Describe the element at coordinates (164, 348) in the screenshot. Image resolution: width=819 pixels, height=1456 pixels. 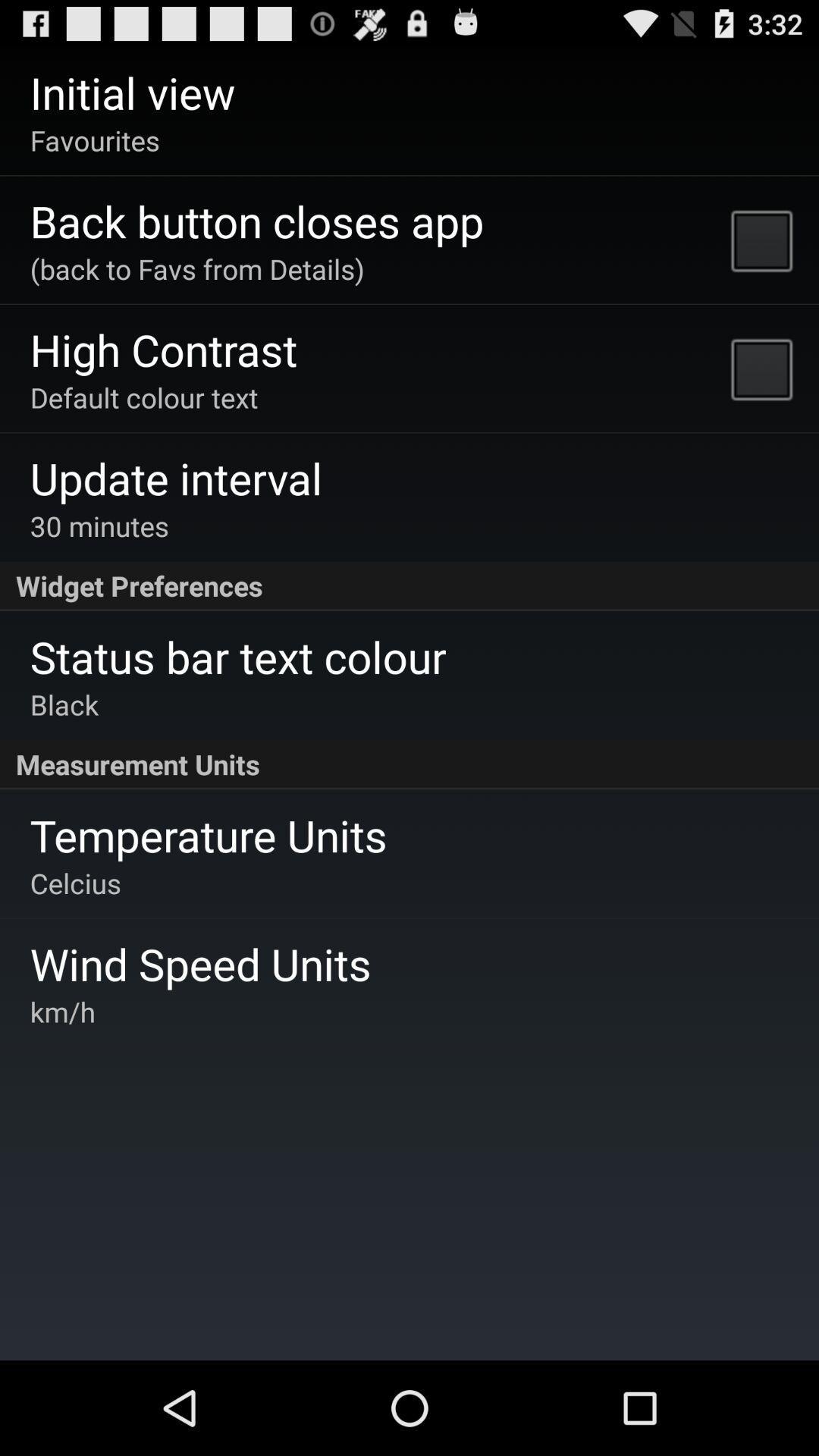
I see `the high contrast app` at that location.